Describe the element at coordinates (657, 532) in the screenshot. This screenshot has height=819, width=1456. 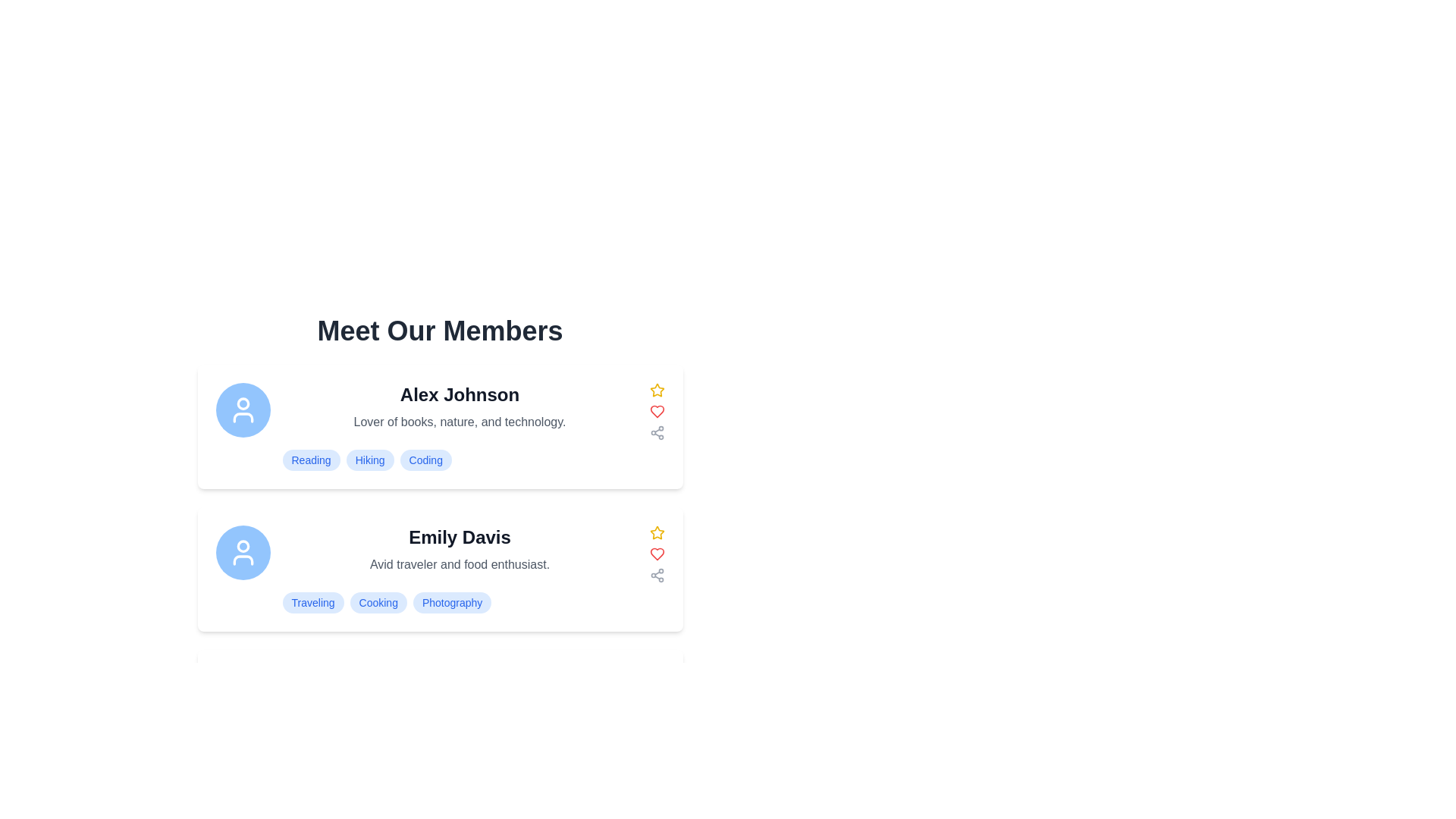
I see `the star icon for Emily Davis to mark them as favorite` at that location.